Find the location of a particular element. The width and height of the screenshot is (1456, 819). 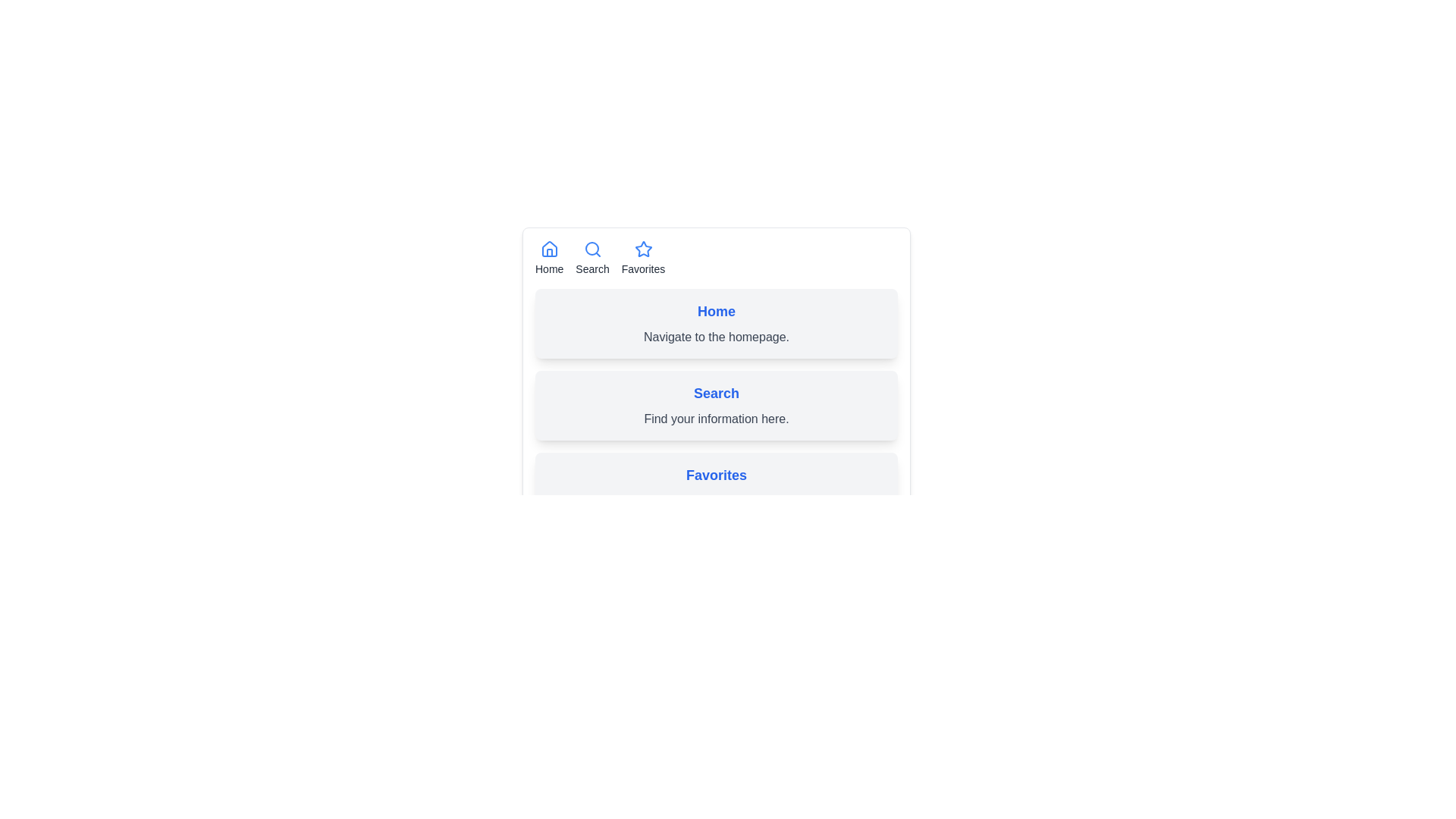

the 'Favorites' button located in the top navigation bar, positioned is located at coordinates (643, 257).